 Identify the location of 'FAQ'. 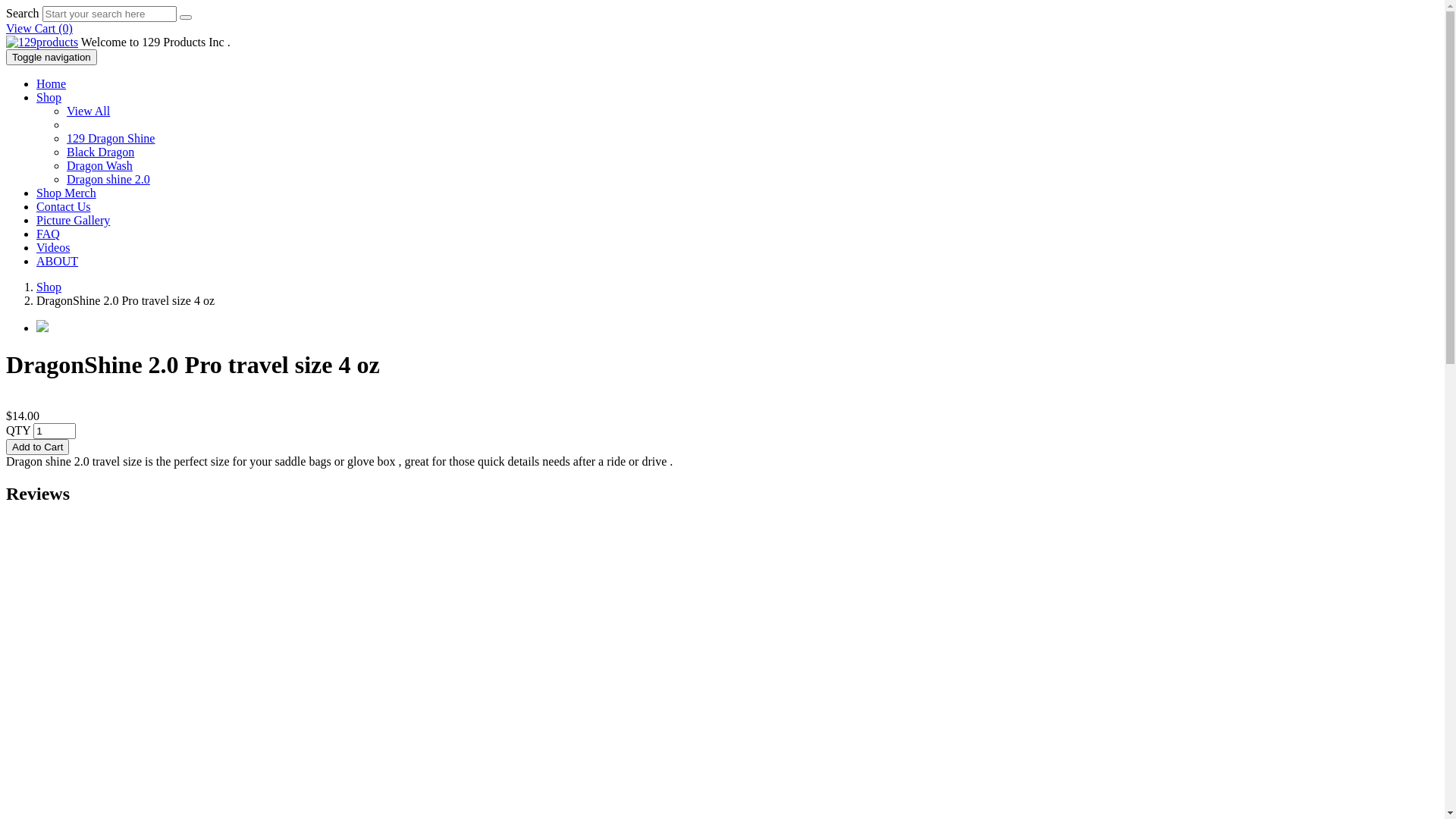
(36, 234).